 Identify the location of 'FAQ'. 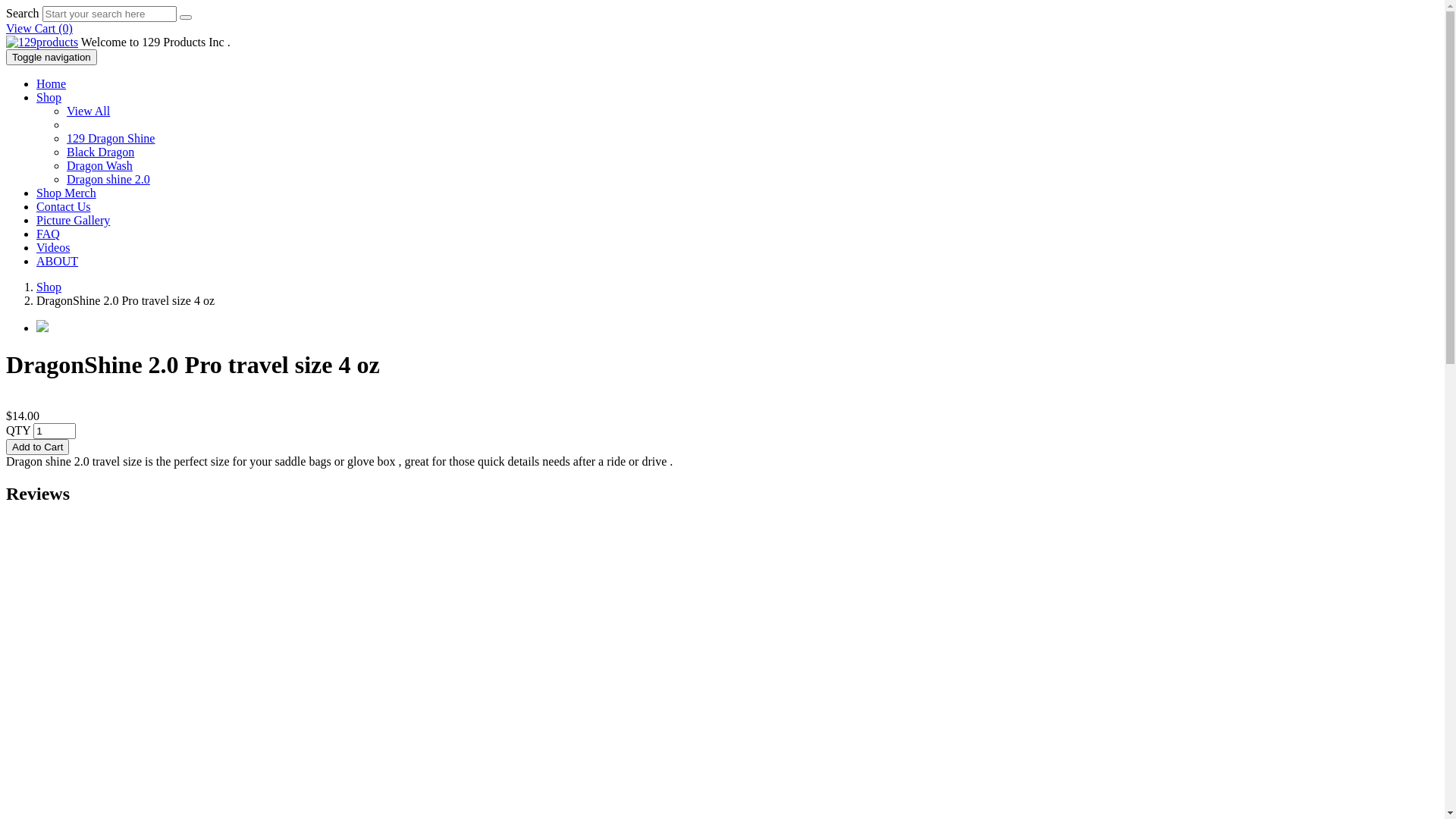
(36, 234).